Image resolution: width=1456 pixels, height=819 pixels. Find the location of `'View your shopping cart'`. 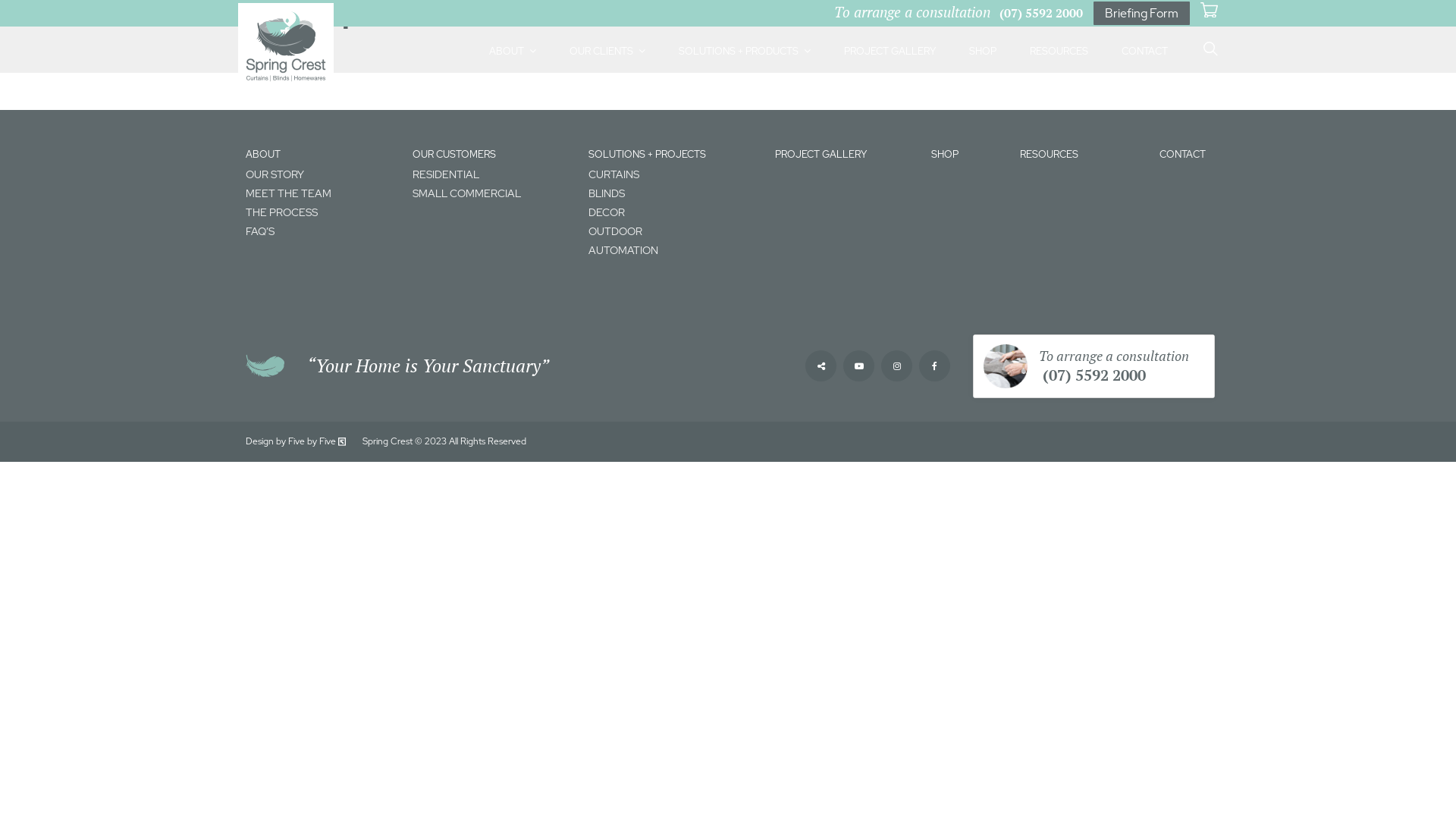

'View your shopping cart' is located at coordinates (1208, 10).